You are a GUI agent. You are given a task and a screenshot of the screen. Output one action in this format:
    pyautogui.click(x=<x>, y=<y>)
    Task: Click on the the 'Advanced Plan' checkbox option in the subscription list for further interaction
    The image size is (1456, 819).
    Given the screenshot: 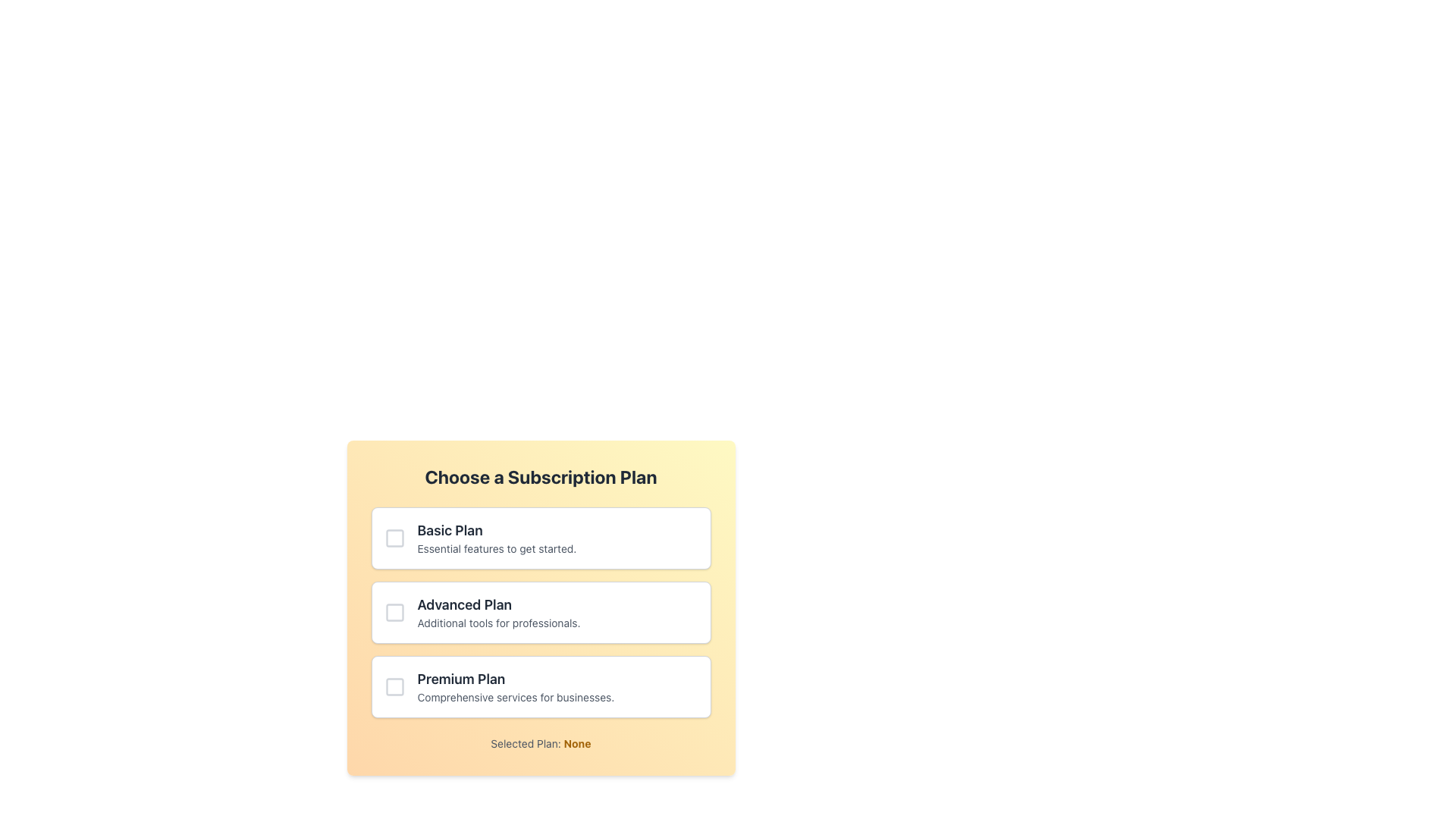 What is the action you would take?
    pyautogui.click(x=541, y=611)
    